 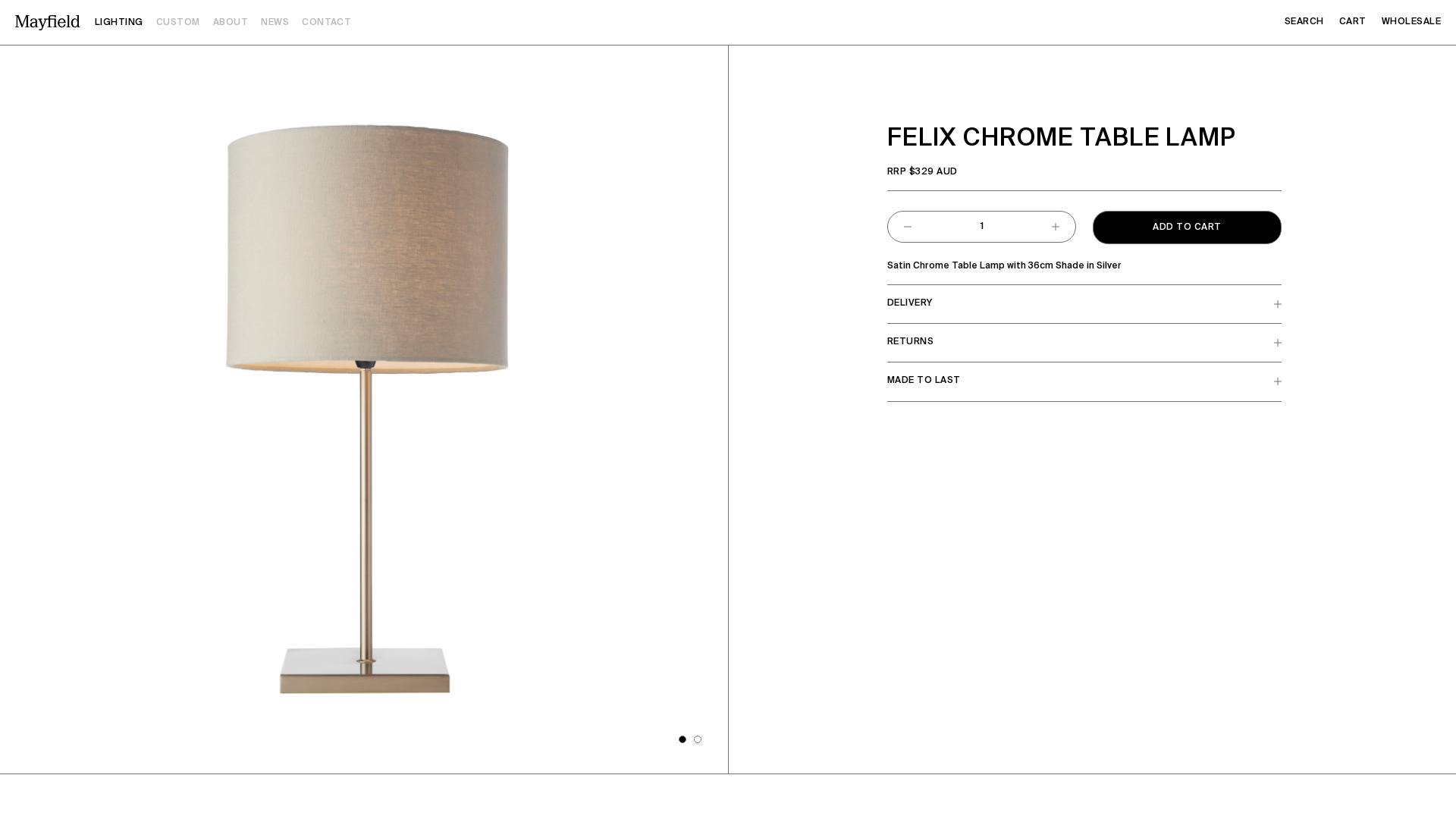 I want to click on 'LIGHTING', so click(x=93, y=22).